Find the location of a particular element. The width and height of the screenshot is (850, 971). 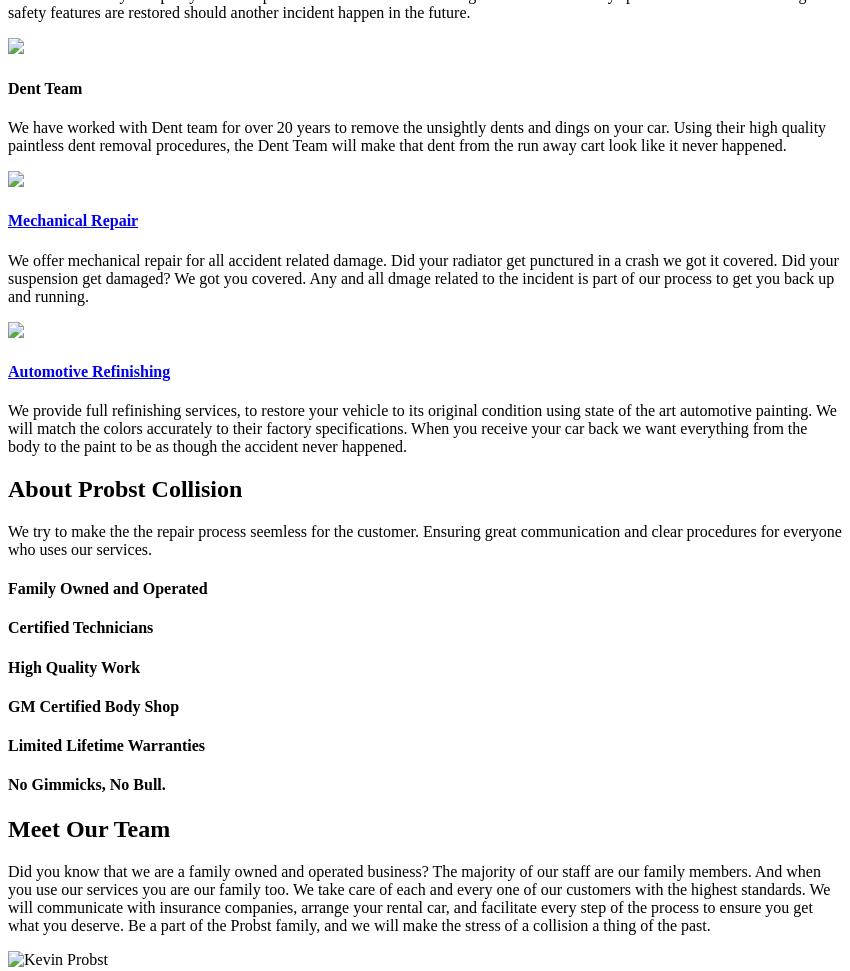

'High Quality Work' is located at coordinates (6, 666).